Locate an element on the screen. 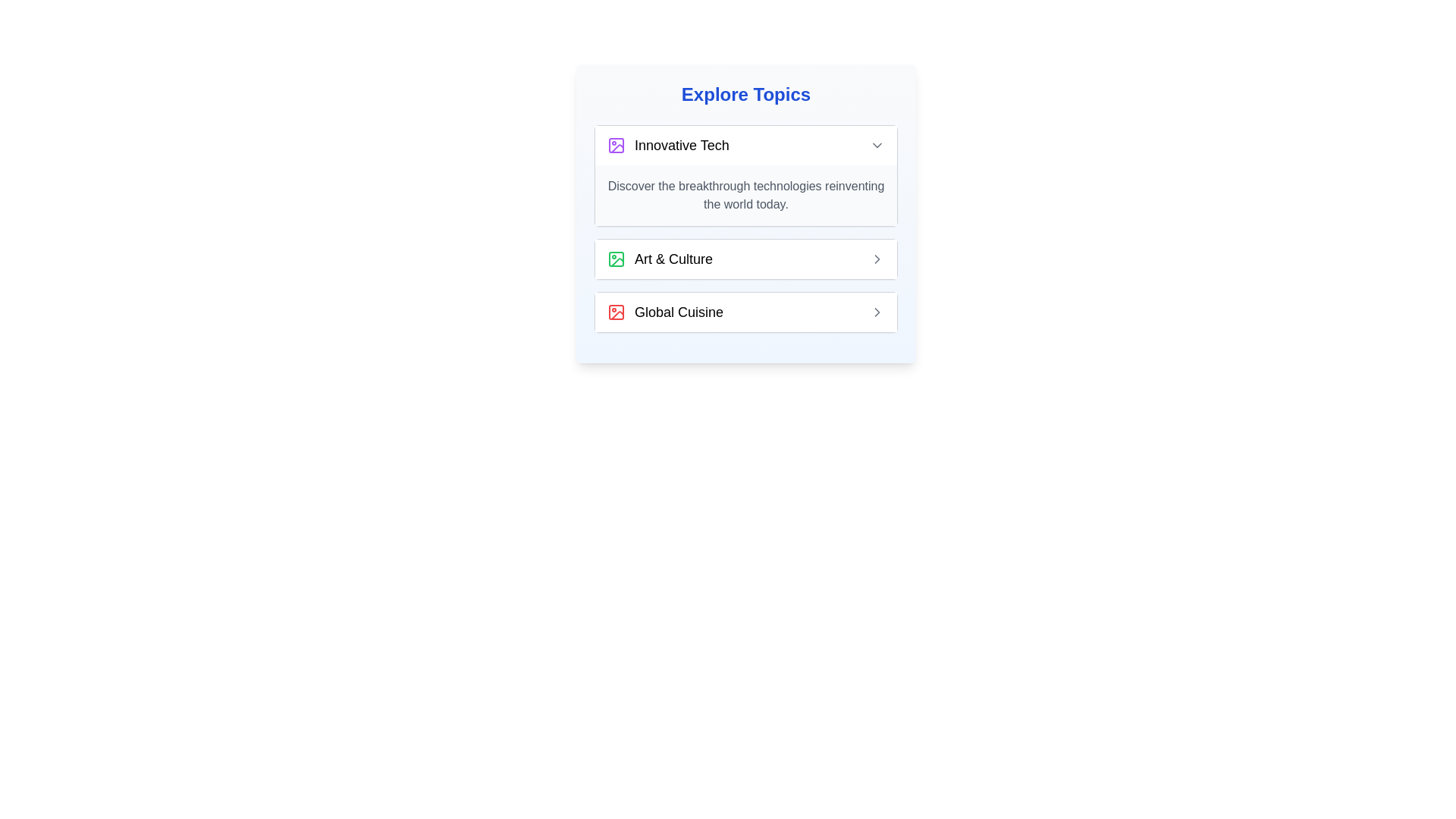  the 'Global Cuisine' text label within the 'Explore Topics' panel is located at coordinates (678, 312).